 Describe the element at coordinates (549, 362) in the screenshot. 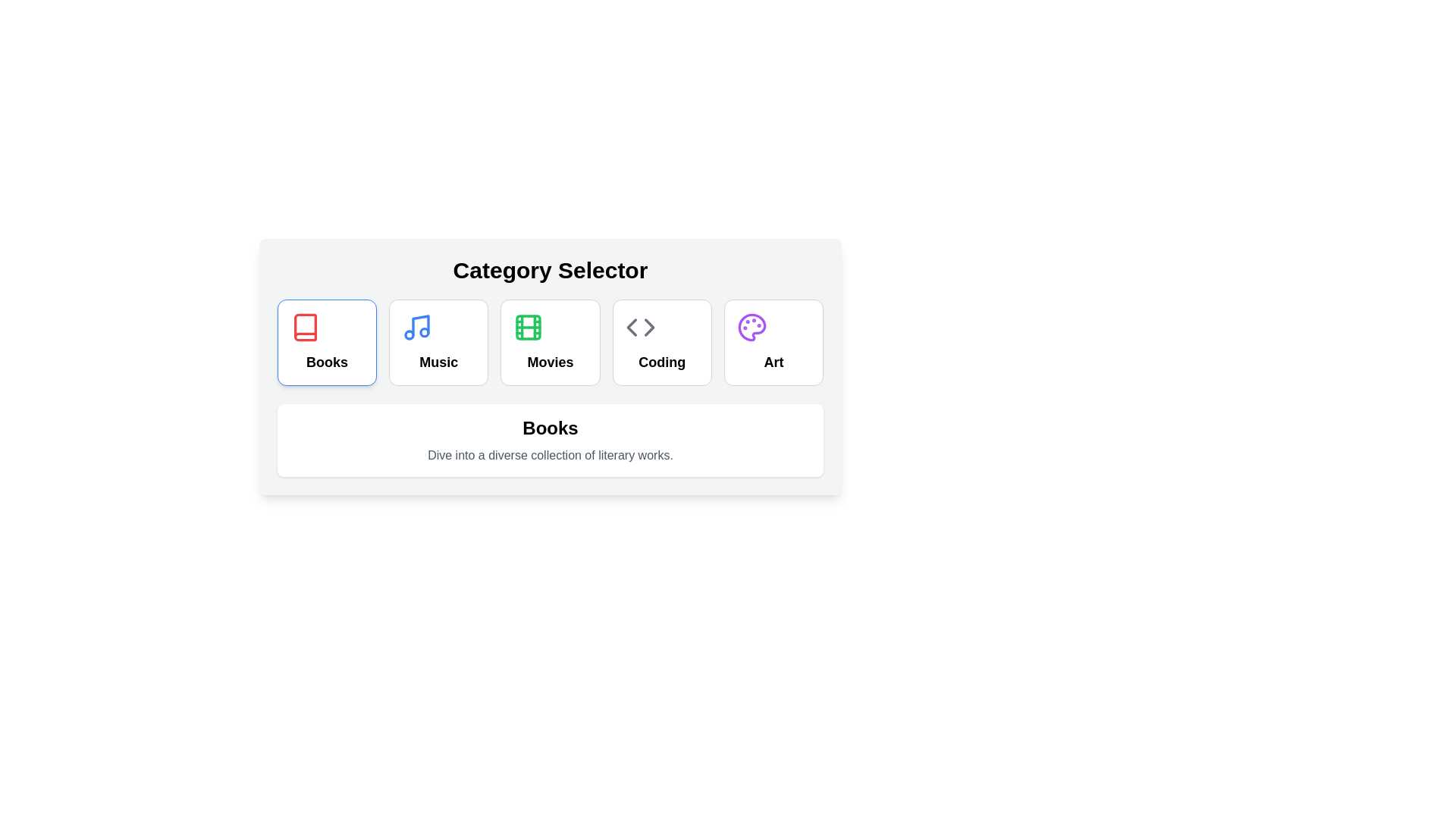

I see `the 'Movies' category by clicking on the bold 'Movies' text label, which is styled prominently and associated with a filmstrip icon` at that location.